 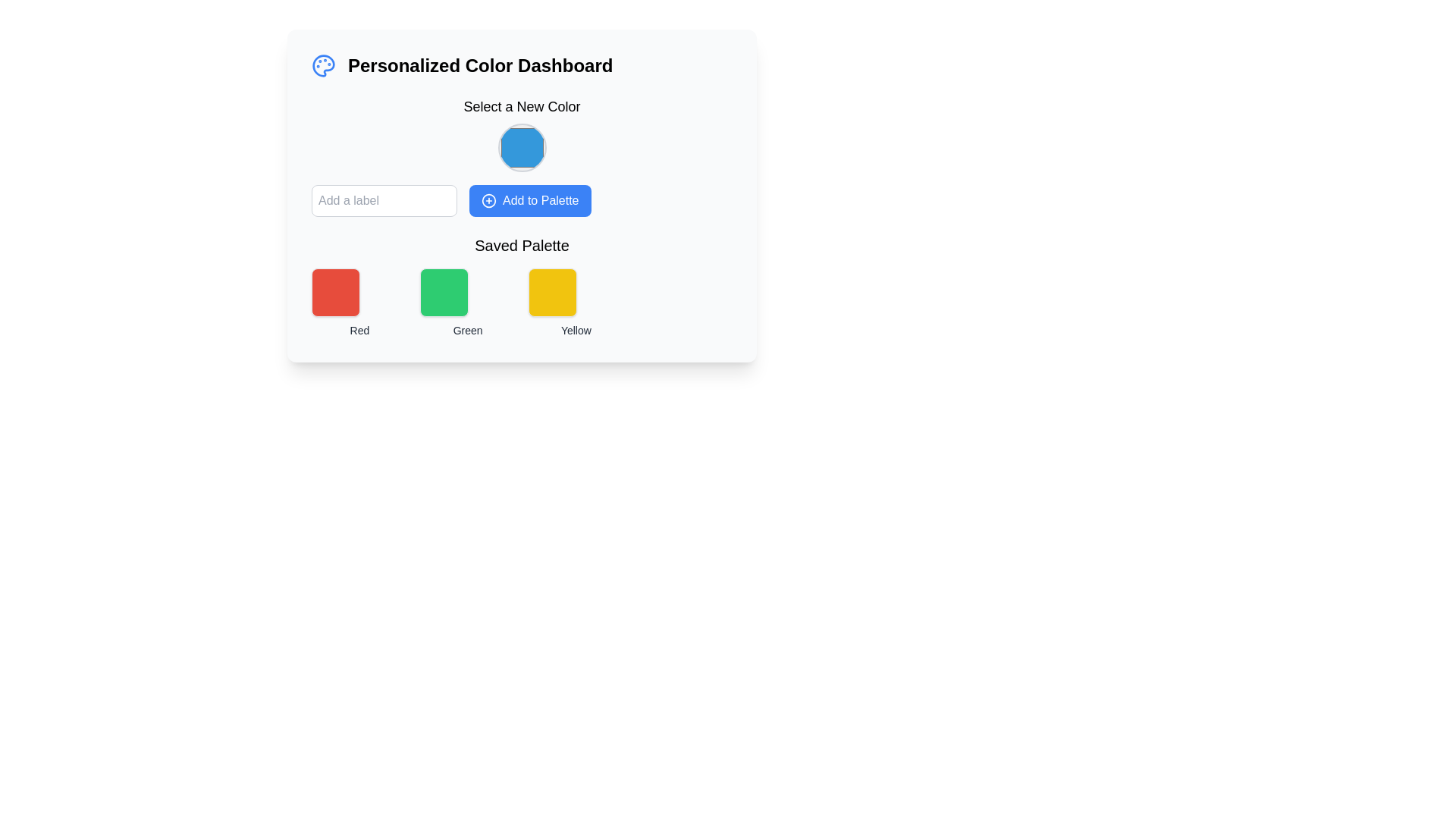 I want to click on the 'Yellow' color swatch in the user's palette, so click(x=575, y=303).